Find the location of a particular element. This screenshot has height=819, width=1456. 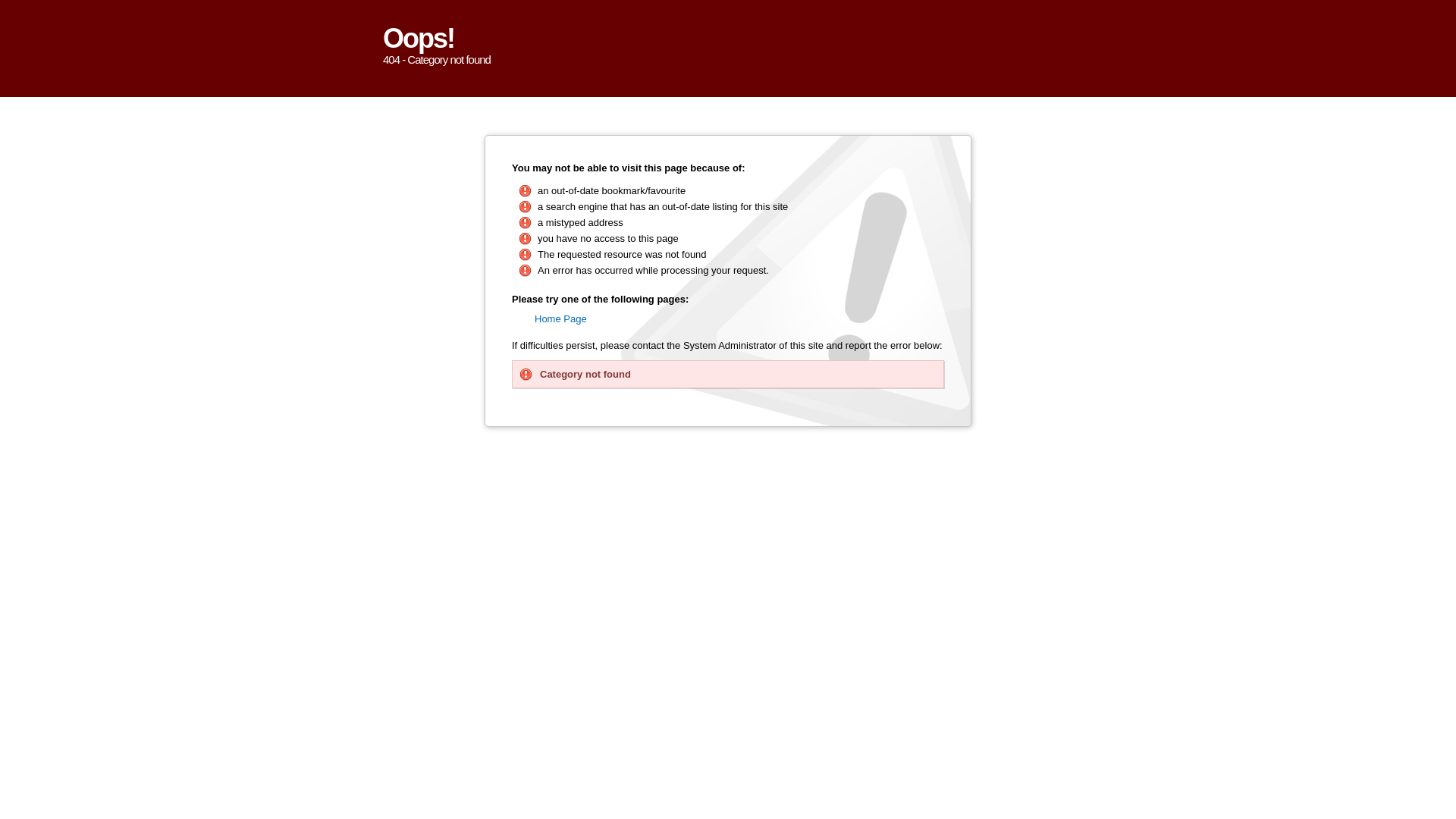

'Home Page' is located at coordinates (560, 318).